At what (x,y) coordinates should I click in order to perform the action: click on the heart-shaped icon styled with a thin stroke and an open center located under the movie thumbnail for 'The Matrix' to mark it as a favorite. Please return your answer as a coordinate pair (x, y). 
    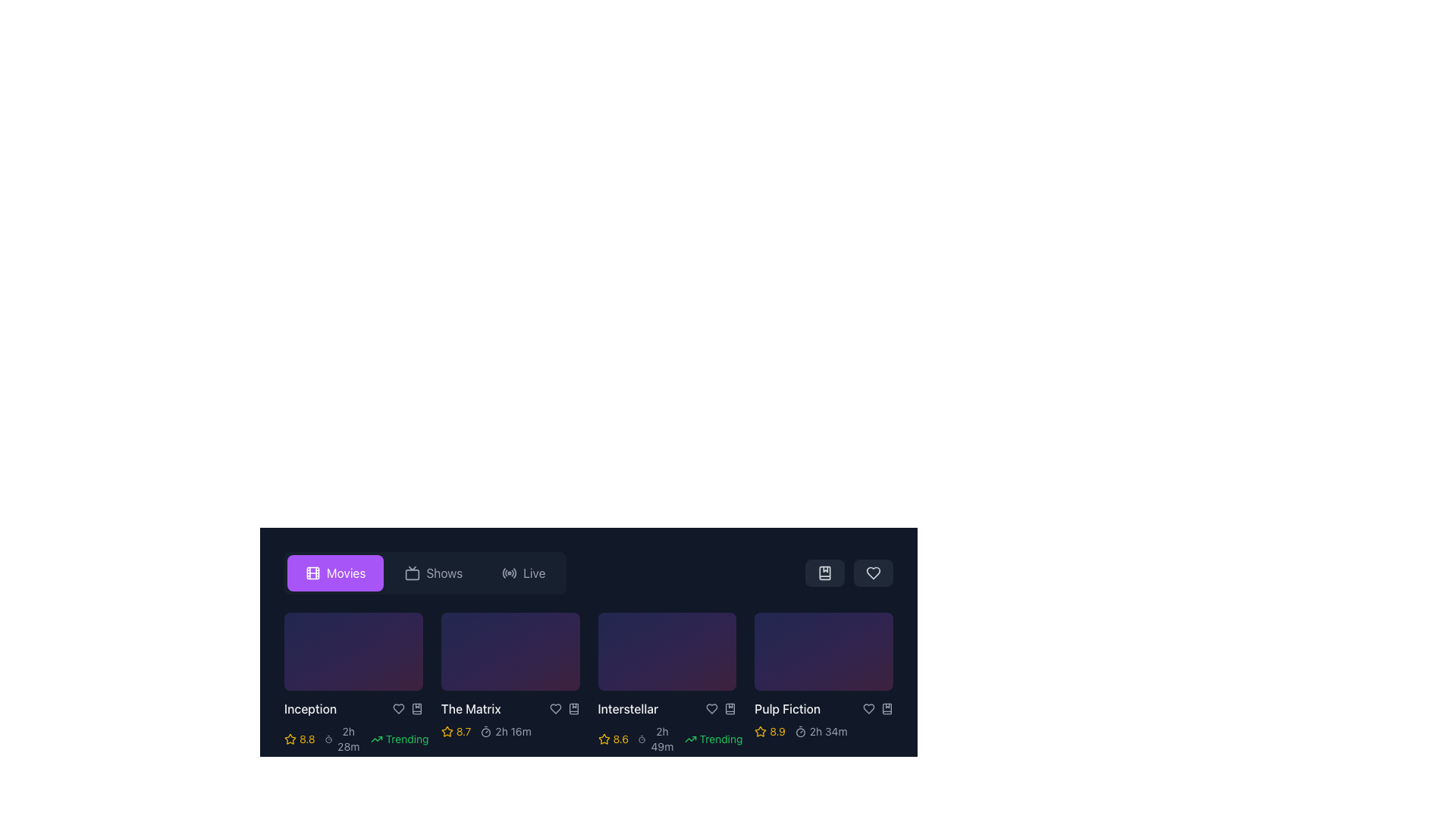
    Looking at the image, I should click on (554, 708).